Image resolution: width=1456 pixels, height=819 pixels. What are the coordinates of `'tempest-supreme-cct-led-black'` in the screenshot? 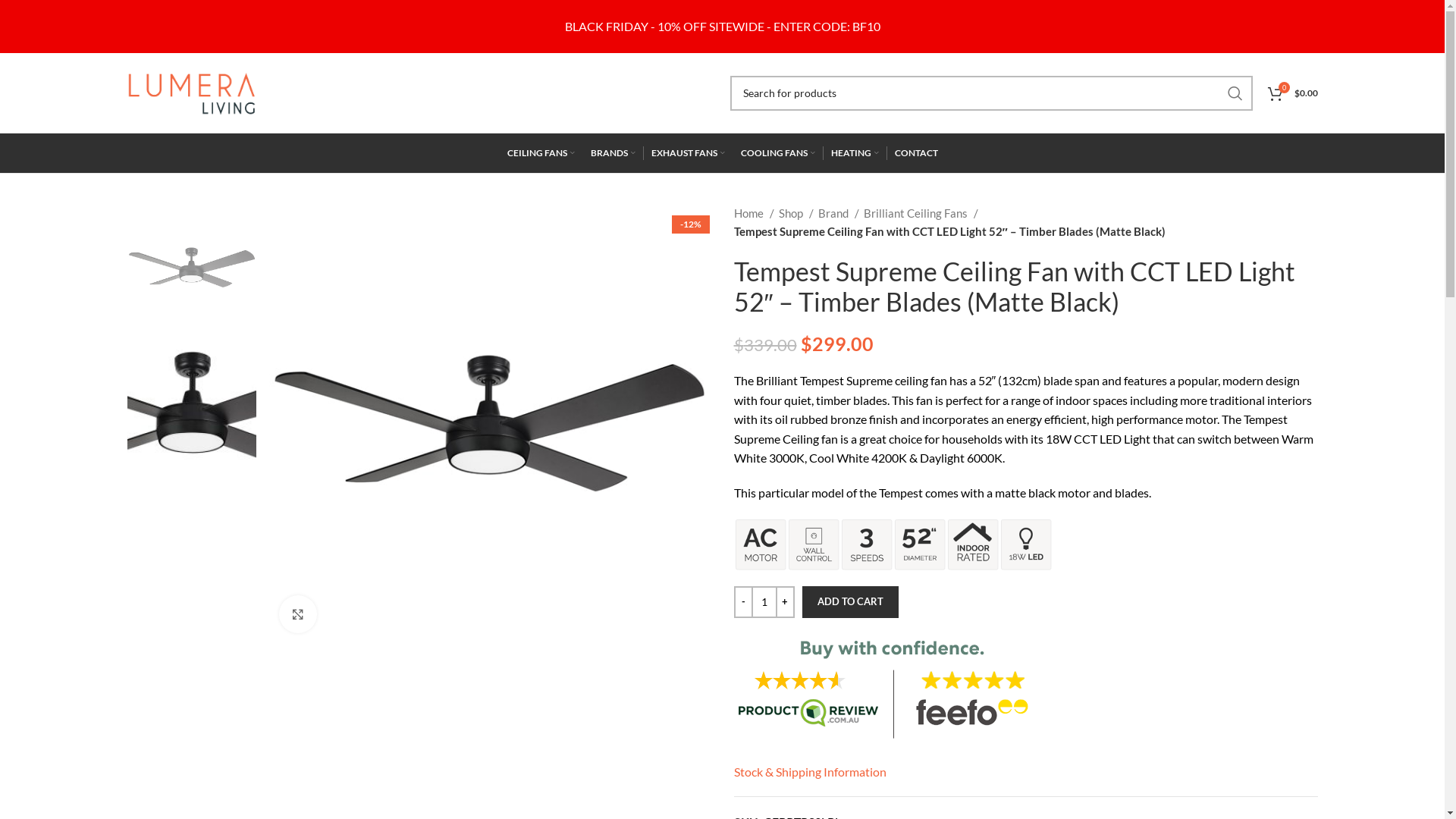 It's located at (488, 424).